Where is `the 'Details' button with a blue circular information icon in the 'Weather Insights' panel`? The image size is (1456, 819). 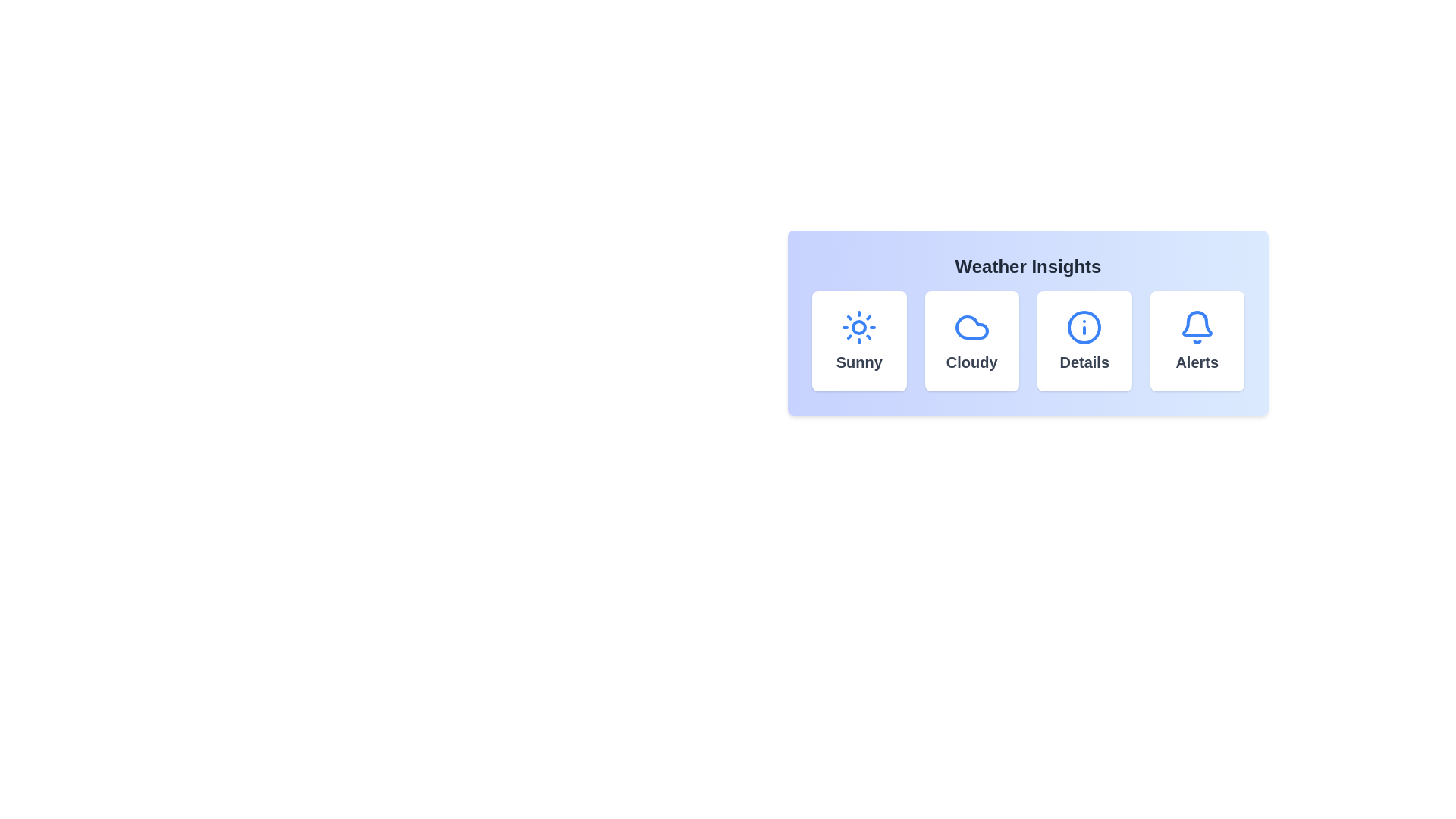
the 'Details' button with a blue circular information icon in the 'Weather Insights' panel is located at coordinates (1084, 341).